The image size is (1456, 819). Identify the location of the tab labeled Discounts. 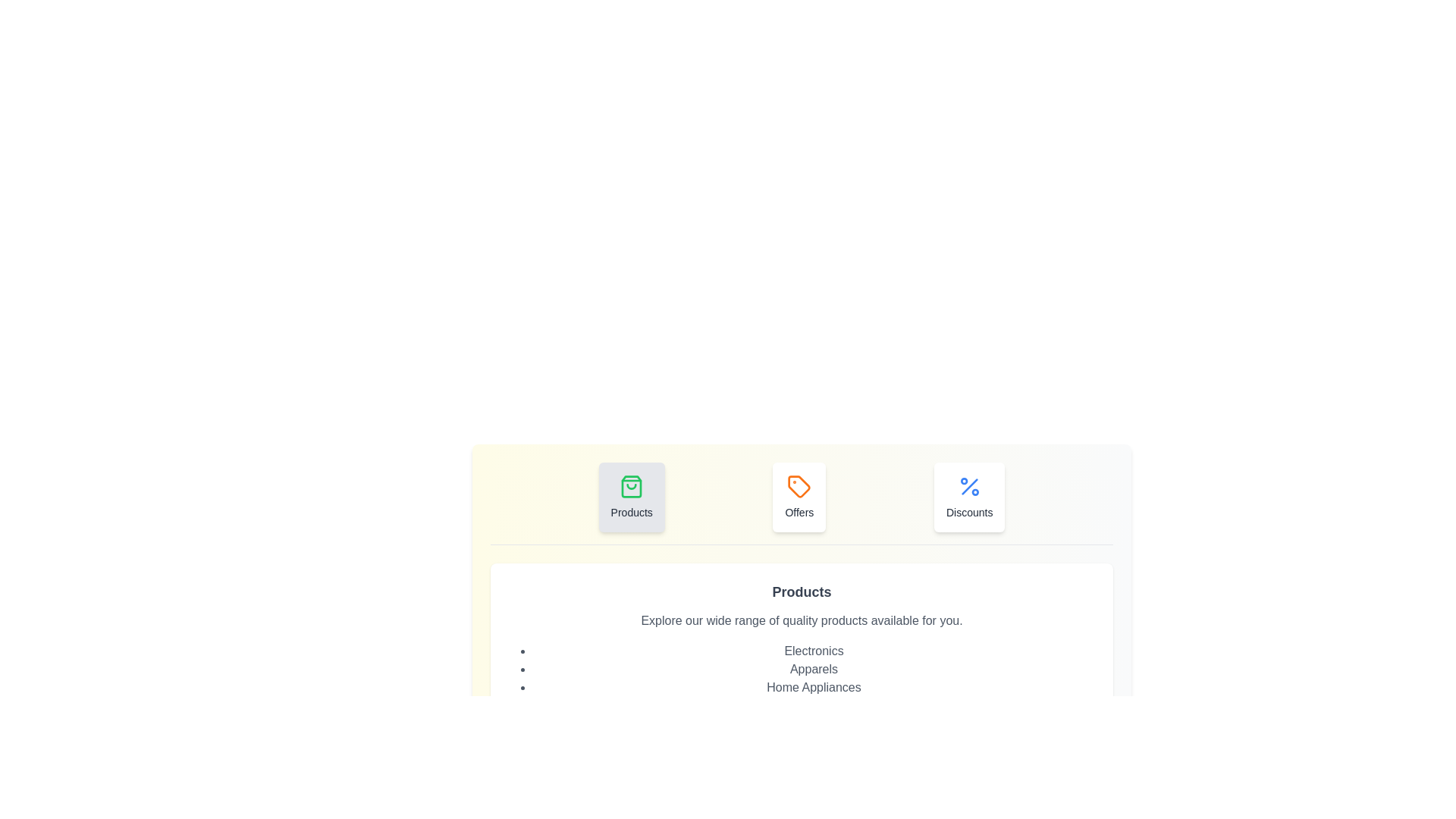
(968, 497).